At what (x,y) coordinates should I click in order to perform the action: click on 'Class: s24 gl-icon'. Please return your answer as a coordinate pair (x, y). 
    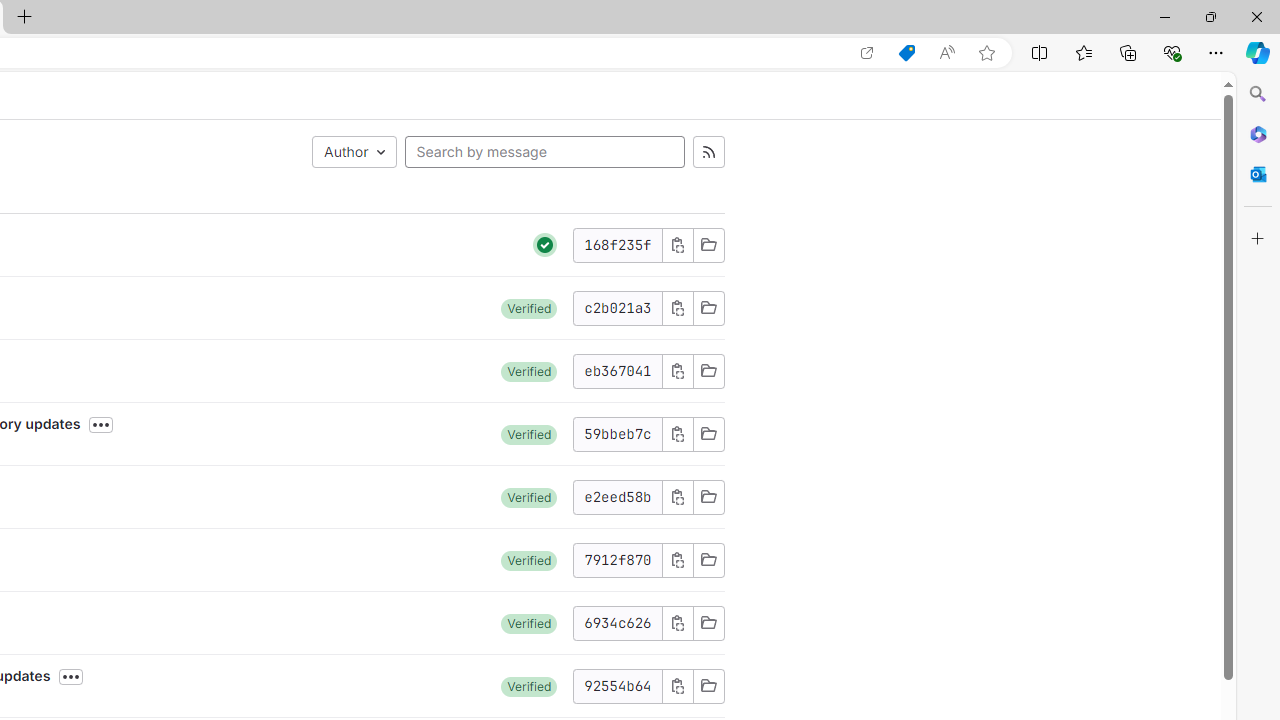
    Looking at the image, I should click on (545, 243).